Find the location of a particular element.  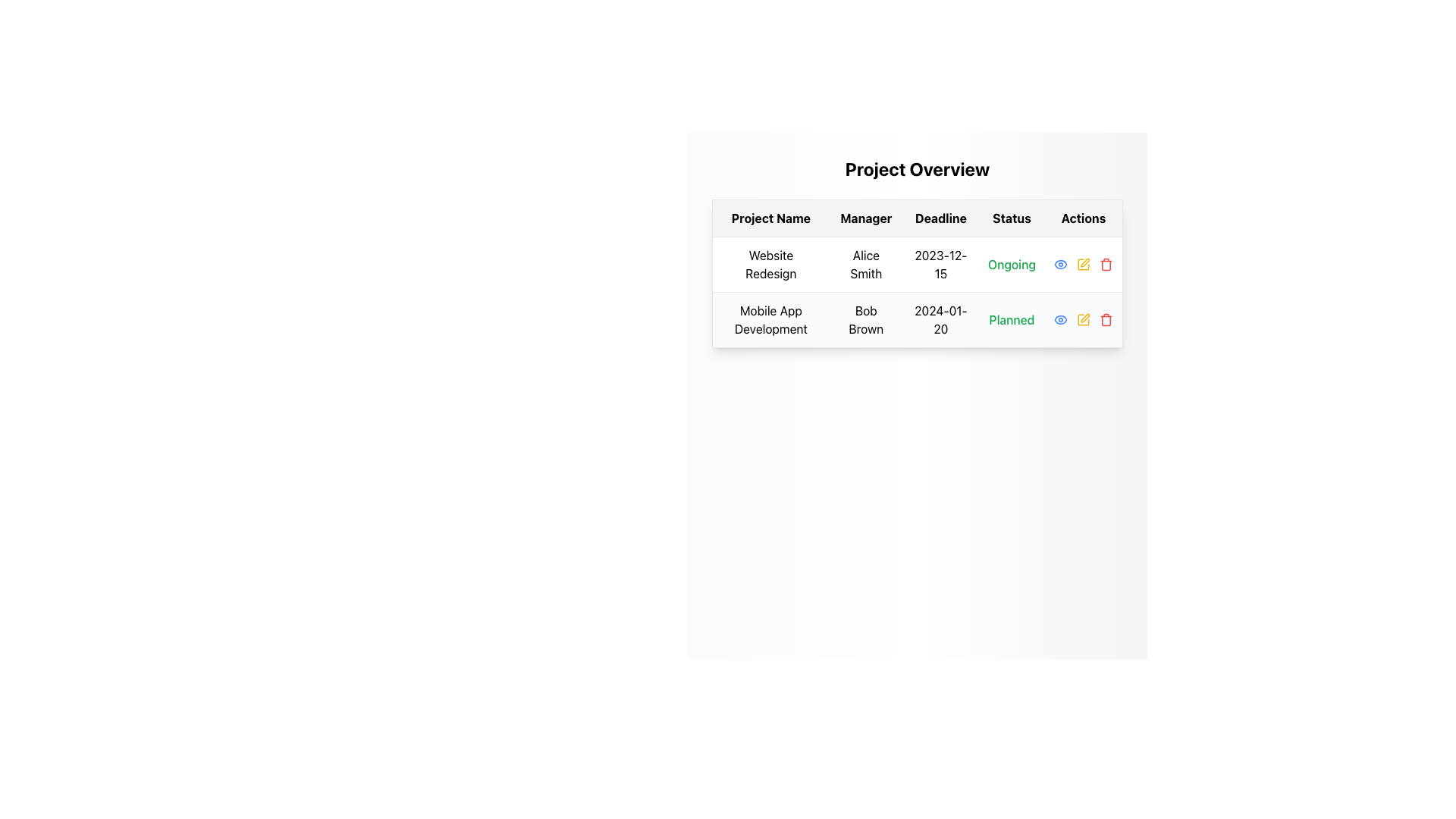

the text label displaying the project deadline located in the third column of the first row of the table is located at coordinates (940, 263).